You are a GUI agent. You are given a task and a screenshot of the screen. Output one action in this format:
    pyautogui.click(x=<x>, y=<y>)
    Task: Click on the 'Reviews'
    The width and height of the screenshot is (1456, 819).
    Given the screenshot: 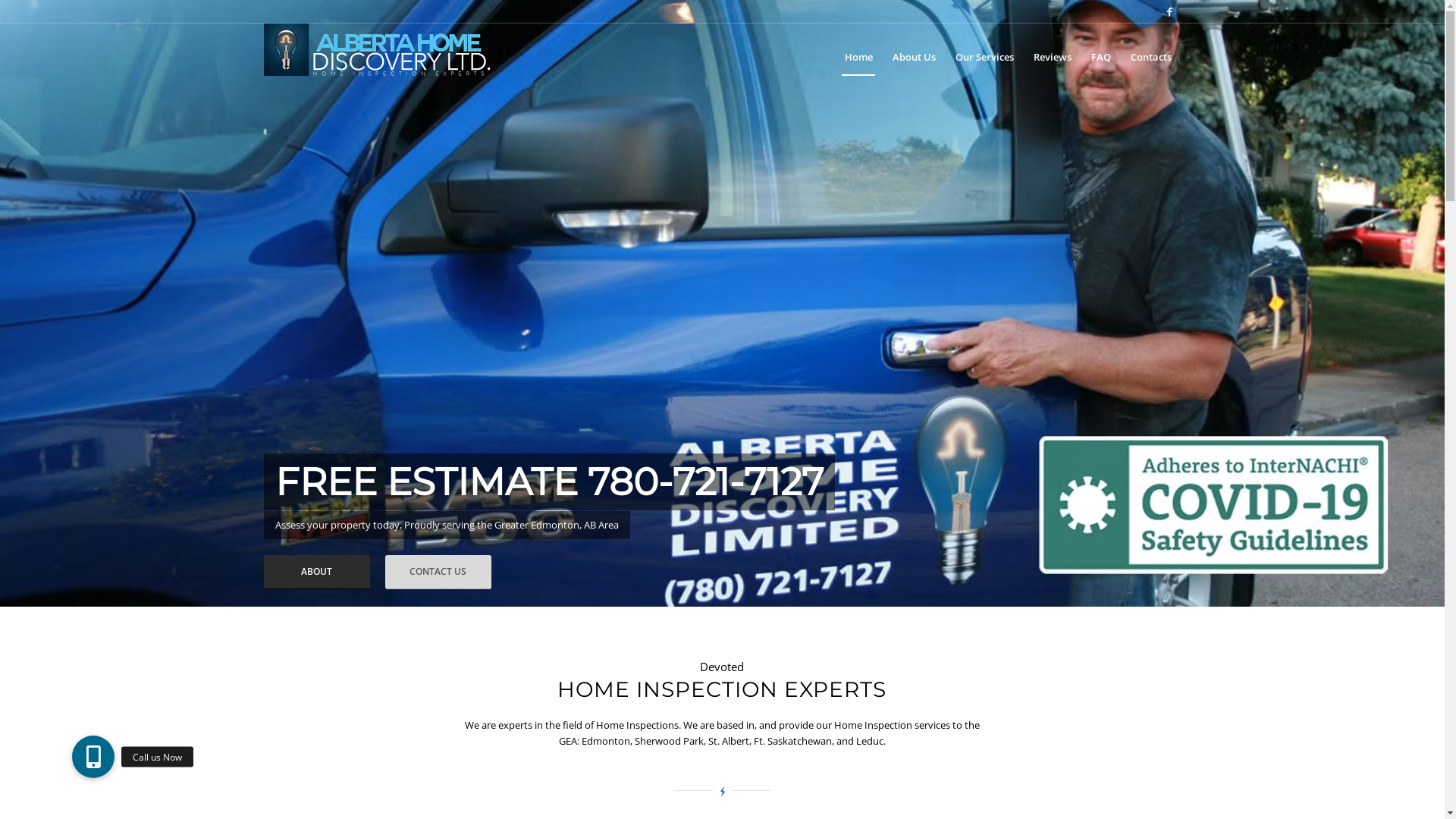 What is the action you would take?
    pyautogui.click(x=1051, y=55)
    